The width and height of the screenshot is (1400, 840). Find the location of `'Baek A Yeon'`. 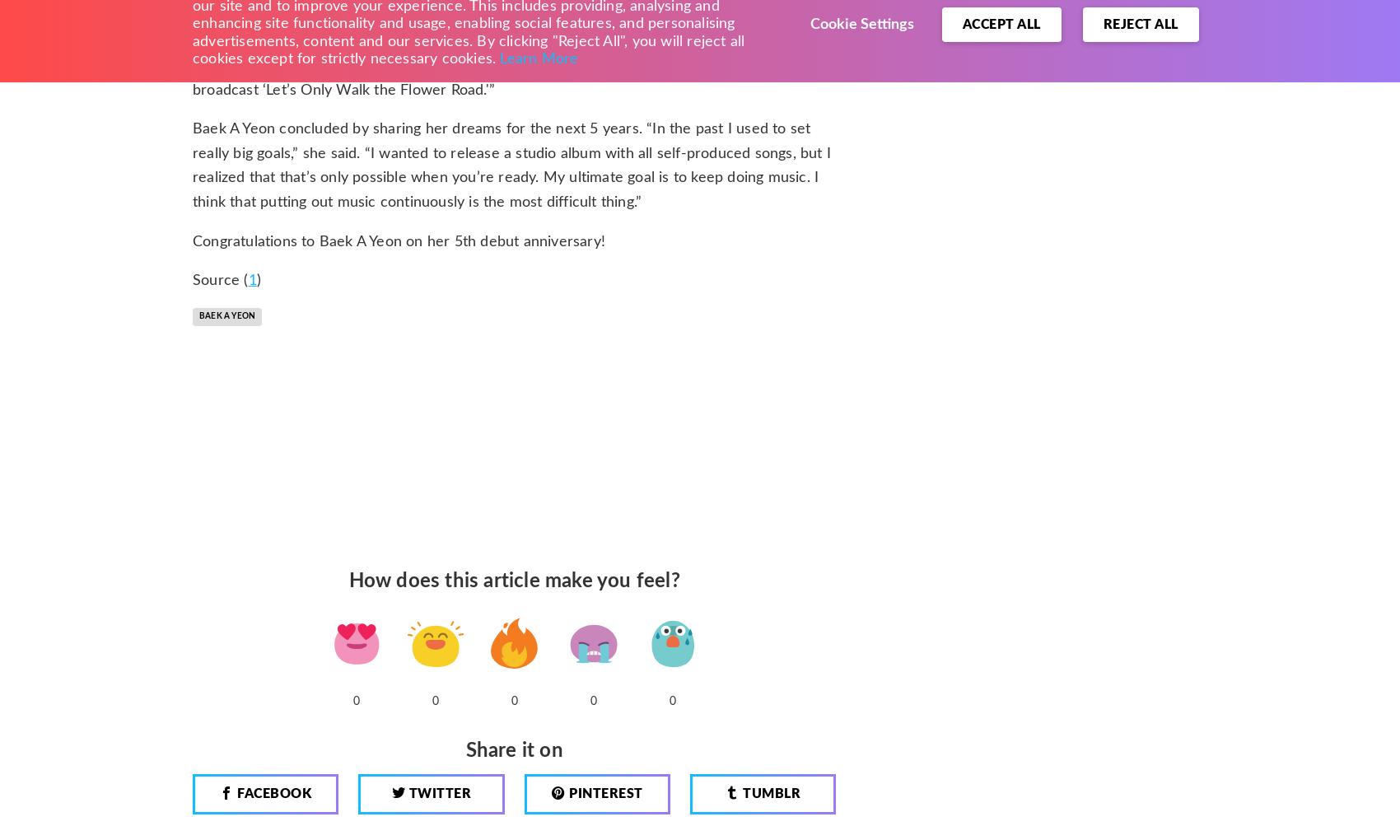

'Baek A Yeon' is located at coordinates (227, 316).